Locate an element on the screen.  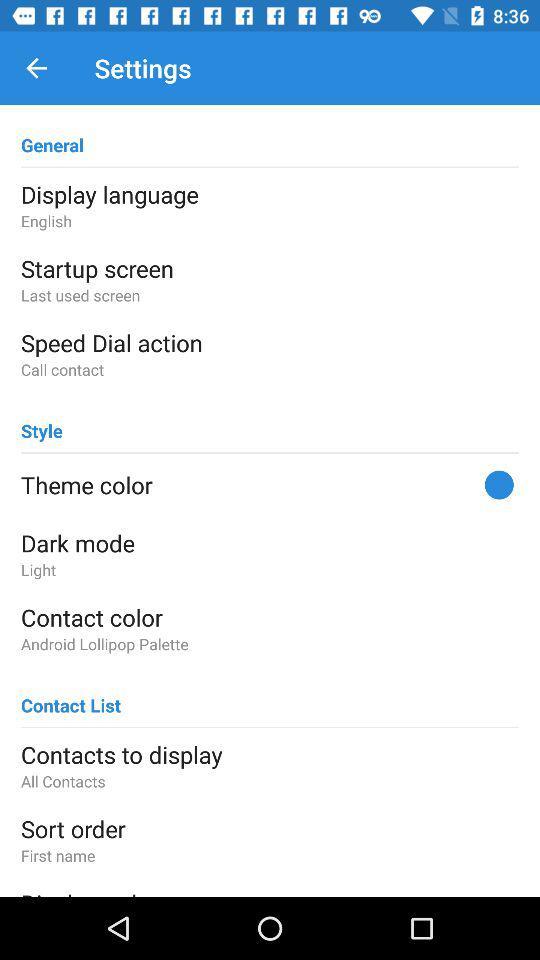
item above call contact icon is located at coordinates (270, 342).